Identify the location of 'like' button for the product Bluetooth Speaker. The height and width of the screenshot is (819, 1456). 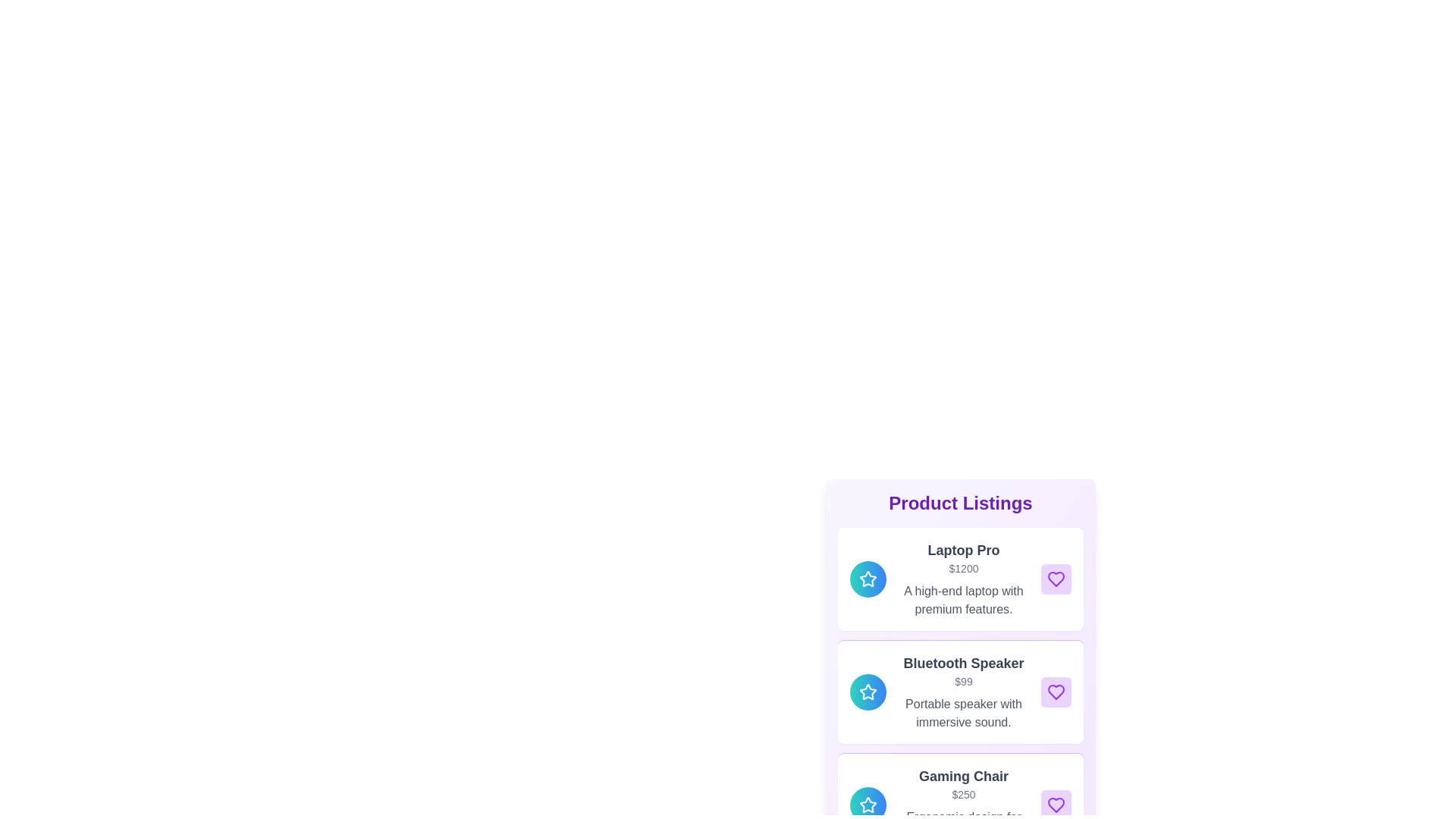
(1055, 692).